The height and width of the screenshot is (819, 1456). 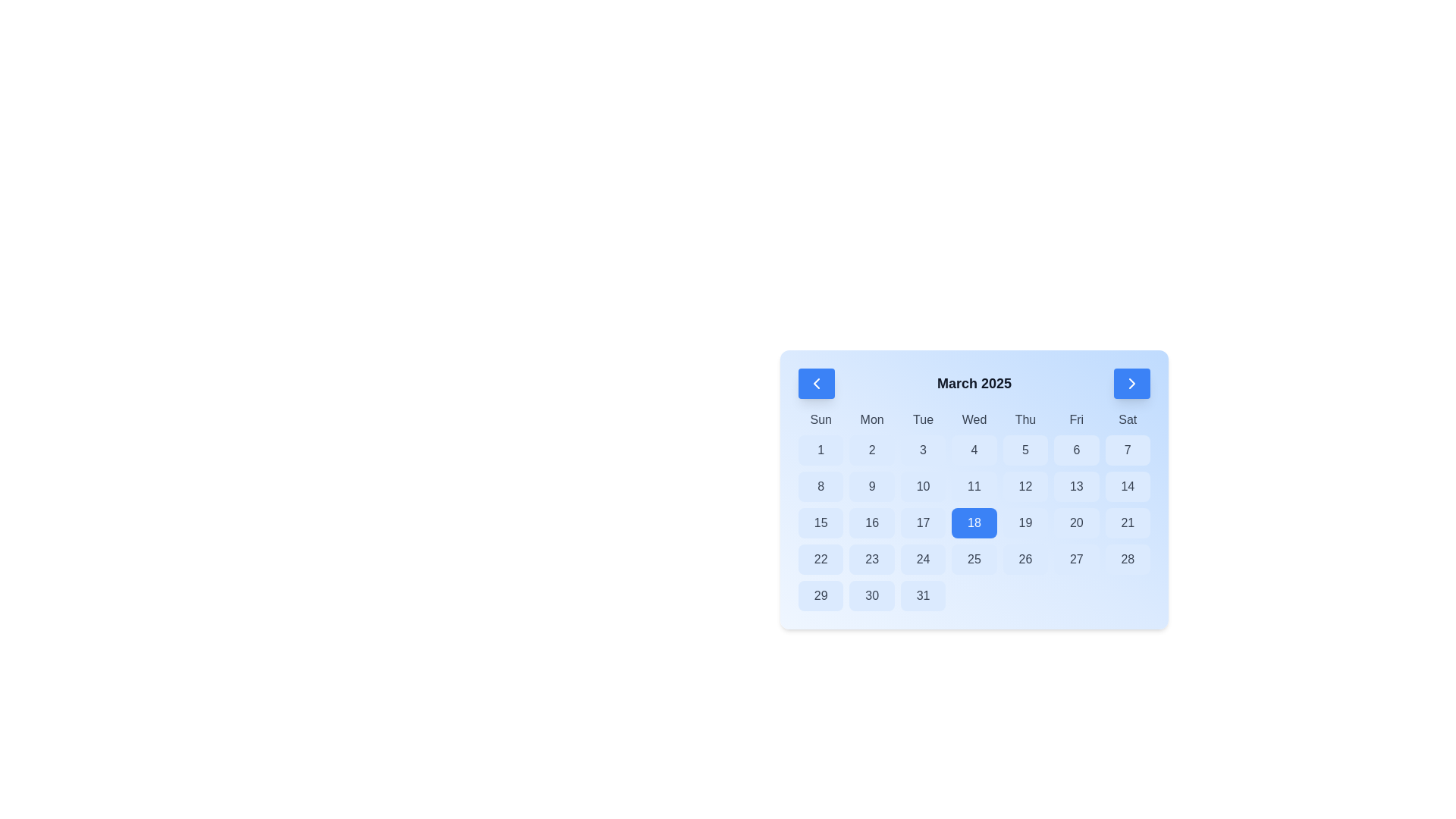 What do you see at coordinates (922, 486) in the screenshot?
I see `the interactive calendar day button displaying the number '10' in the fourth row and third column` at bounding box center [922, 486].